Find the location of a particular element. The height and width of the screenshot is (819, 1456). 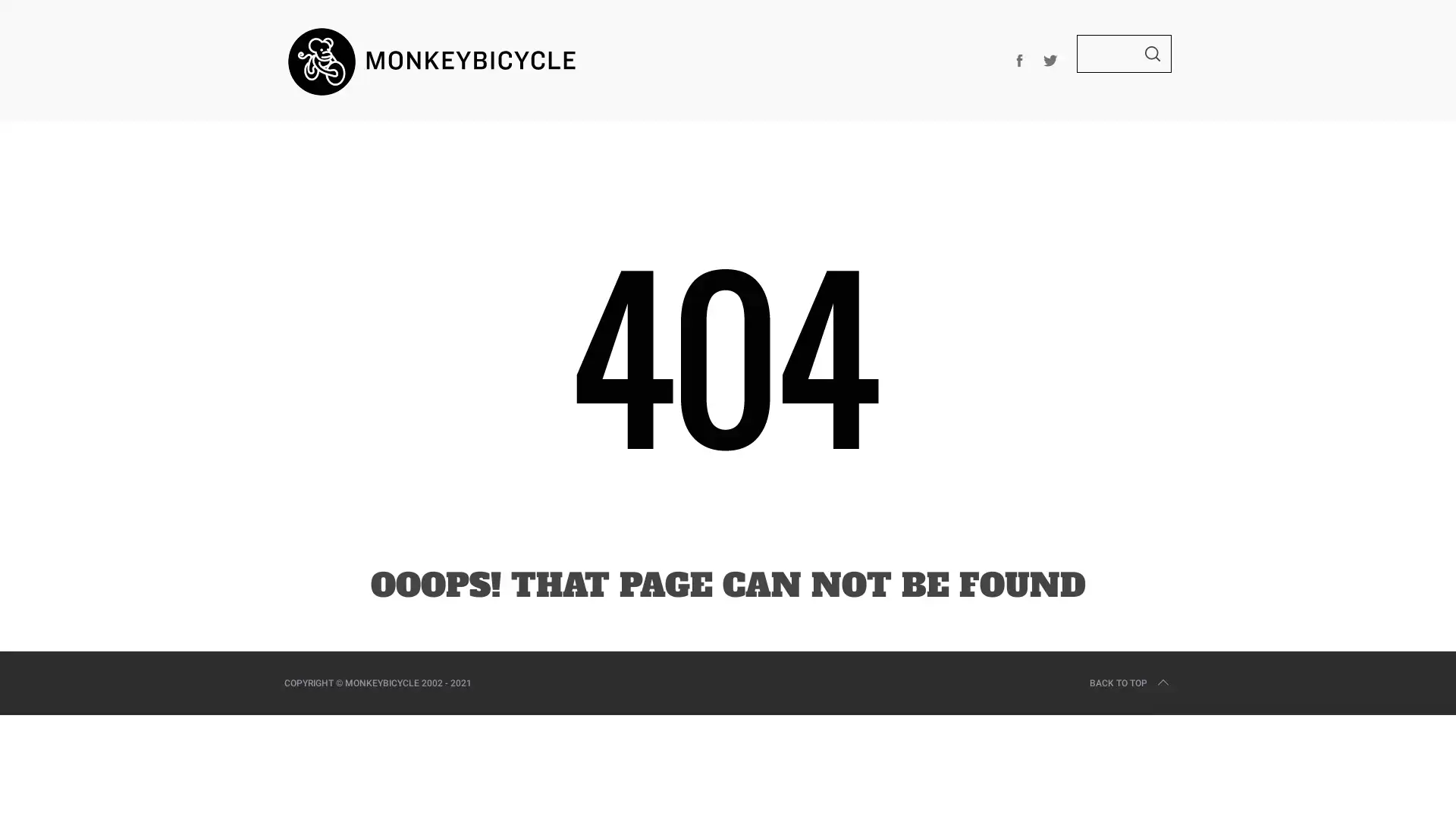

SEARCH is located at coordinates (1153, 52).